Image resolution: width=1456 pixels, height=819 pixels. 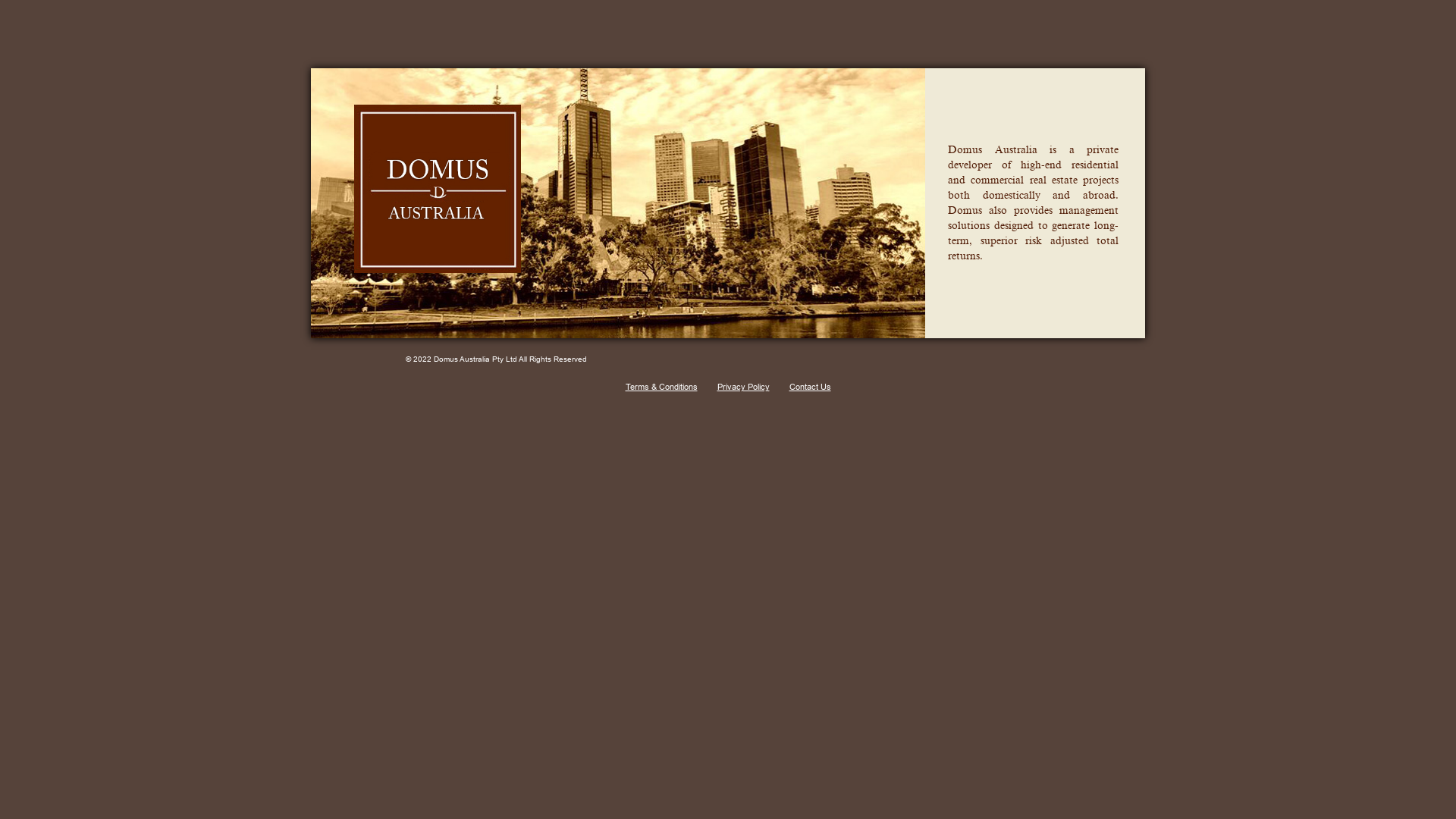 I want to click on 'Terms & Conditions', so click(x=661, y=385).